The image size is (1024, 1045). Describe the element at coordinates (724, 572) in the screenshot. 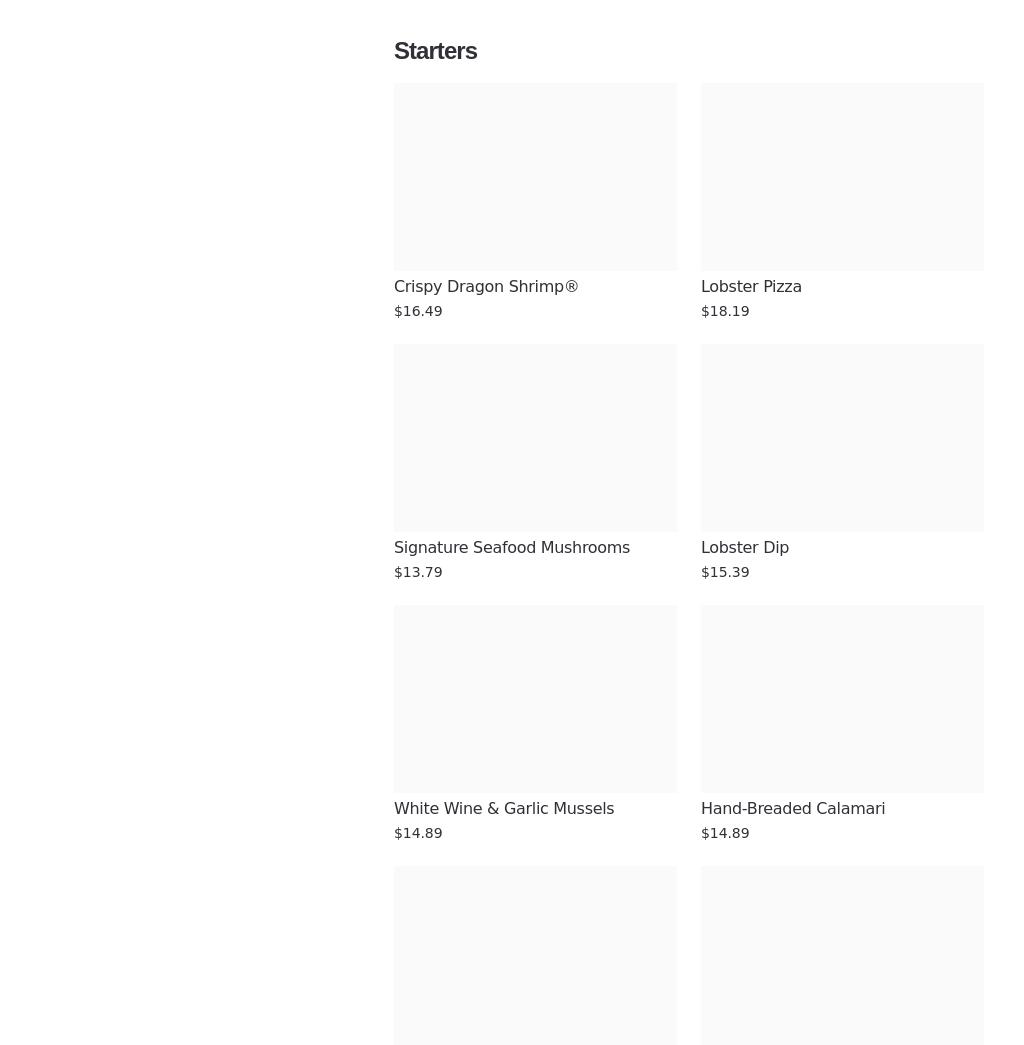

I see `'$15.39'` at that location.